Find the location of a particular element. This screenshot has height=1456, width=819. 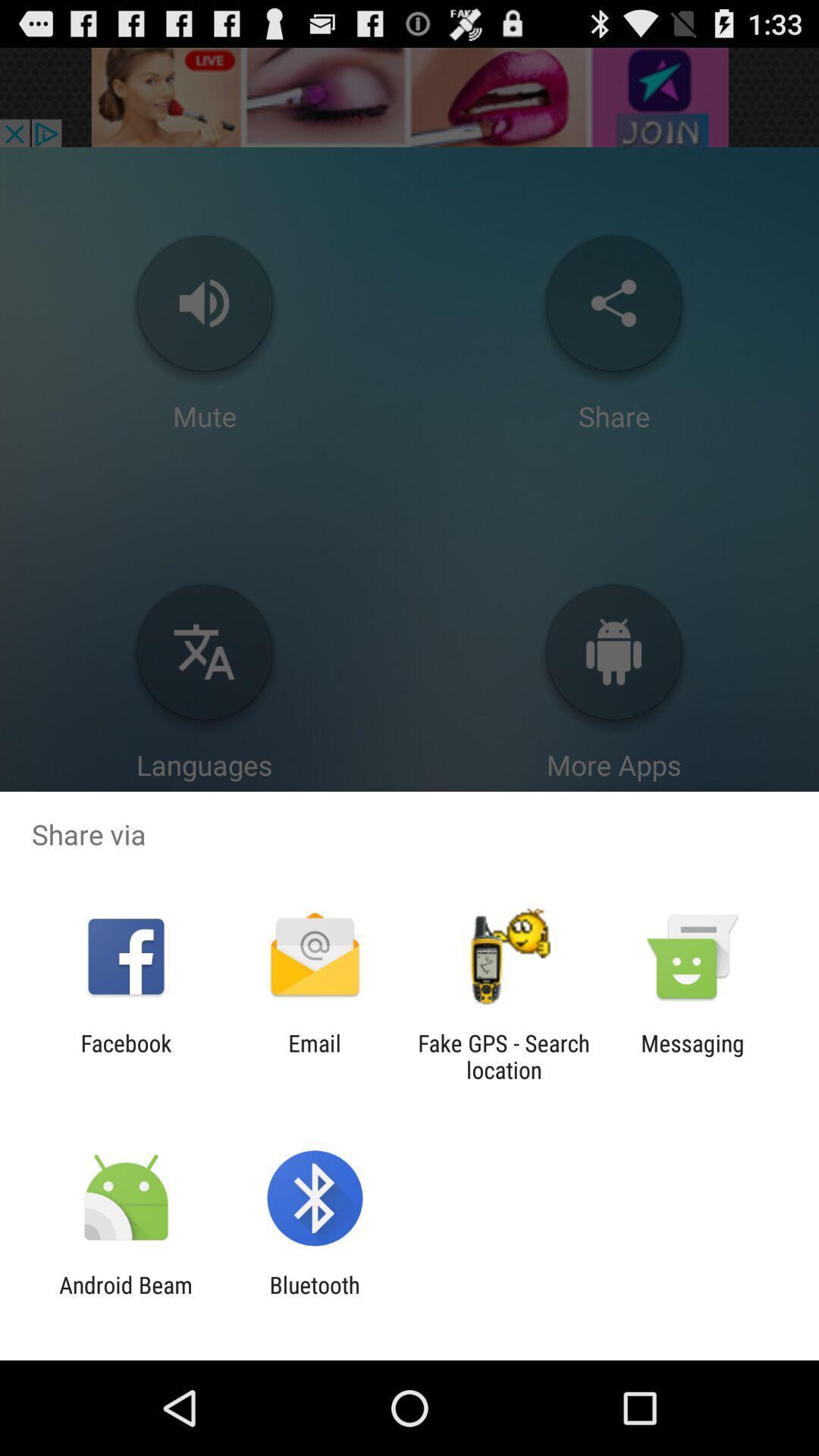

icon to the right of android beam icon is located at coordinates (314, 1298).